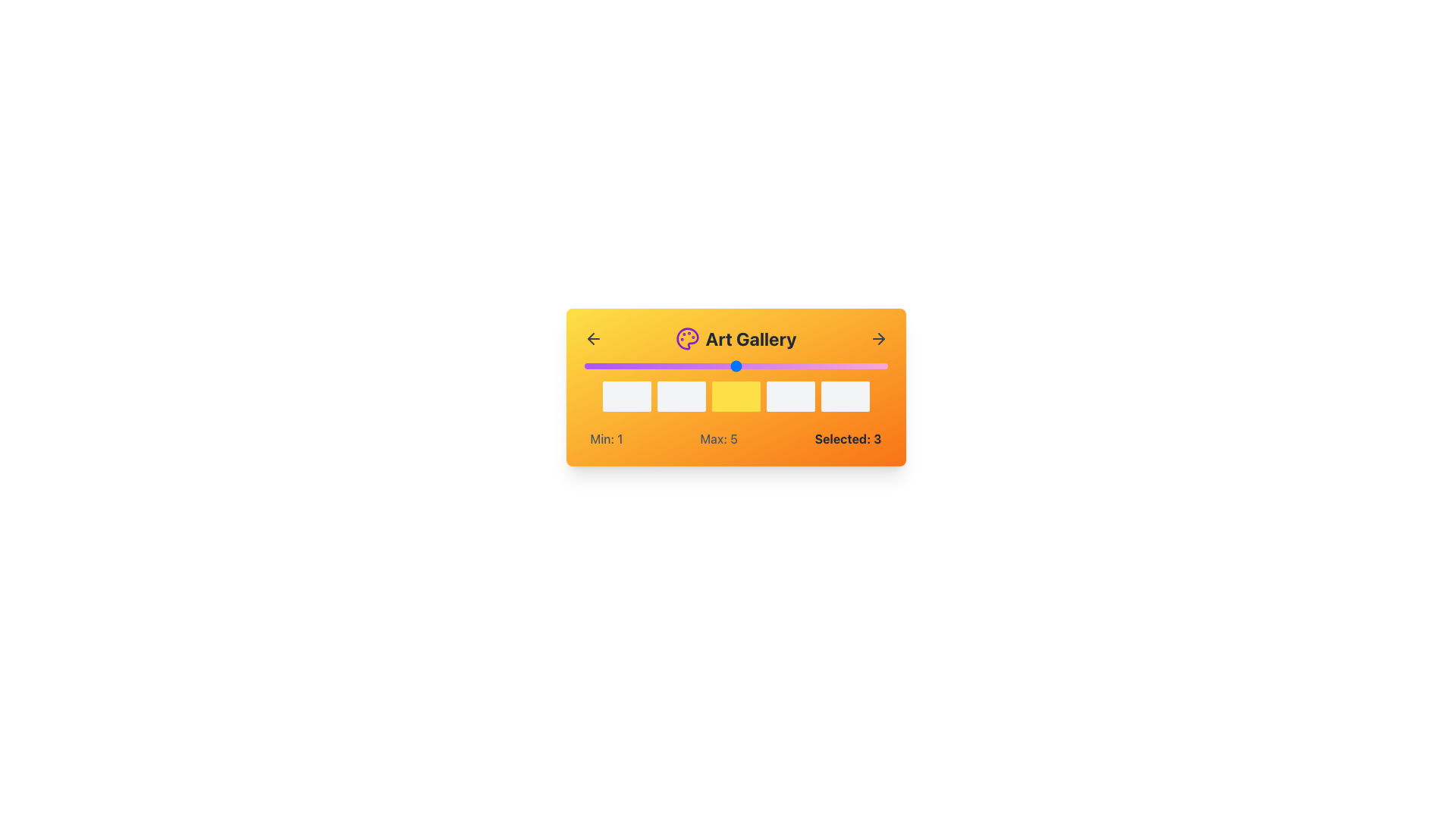 This screenshot has width=1456, height=819. I want to click on the third selectable box in the 'Art Gallery' section, so click(736, 386).